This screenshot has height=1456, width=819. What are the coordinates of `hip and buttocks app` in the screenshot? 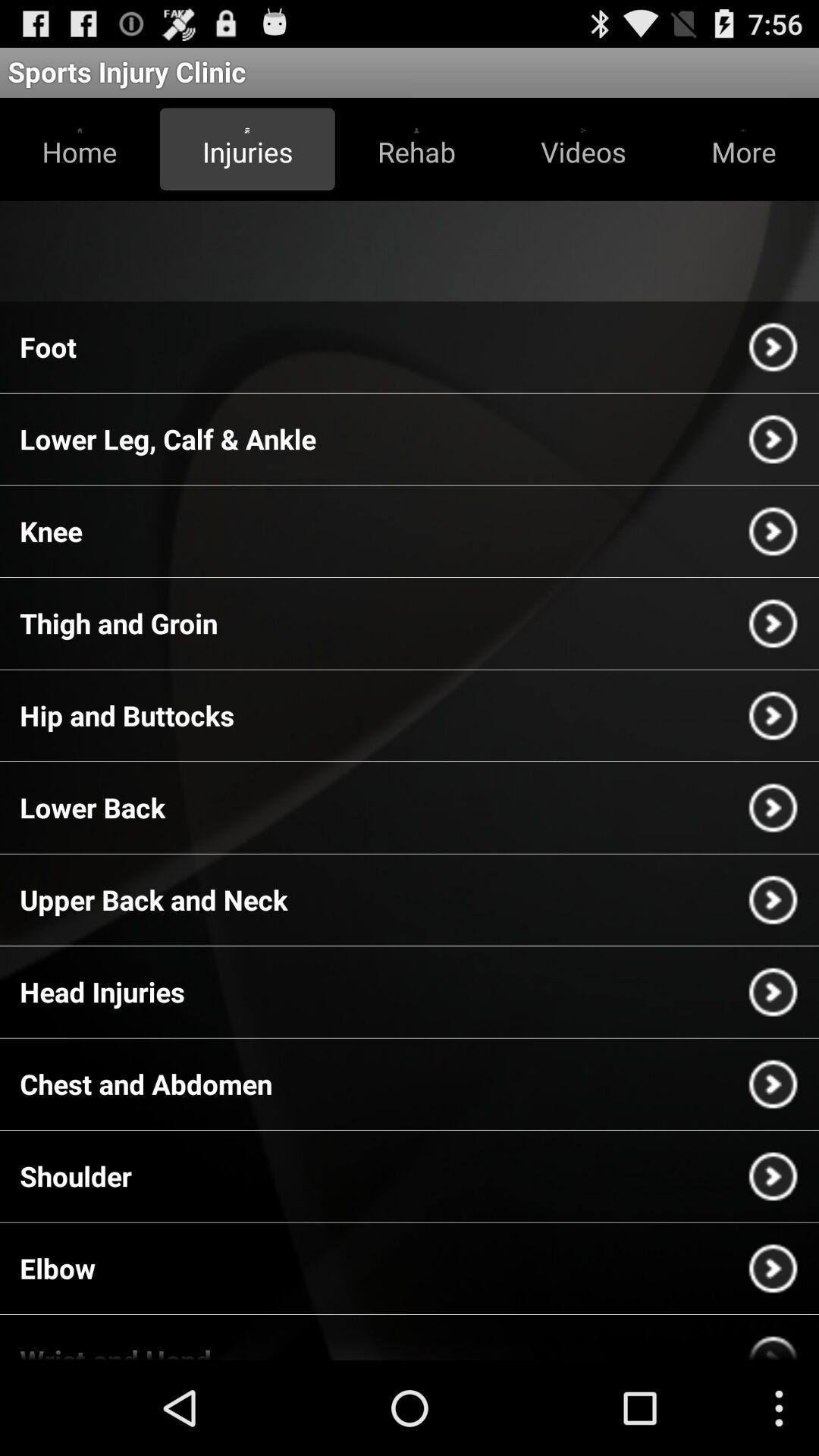 It's located at (126, 714).